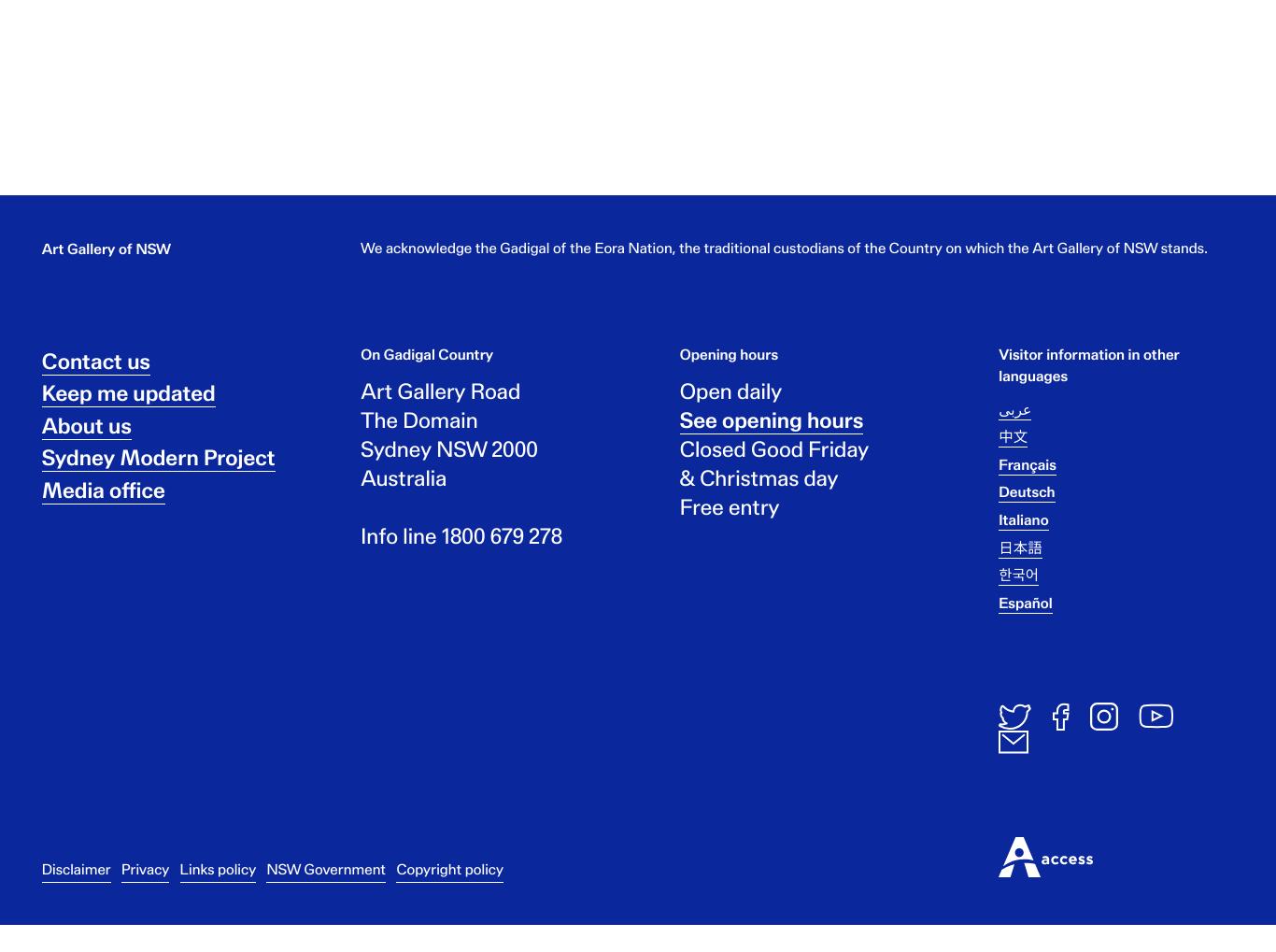 The width and height of the screenshot is (1276, 952). What do you see at coordinates (1024, 618) in the screenshot?
I see `'Español'` at bounding box center [1024, 618].